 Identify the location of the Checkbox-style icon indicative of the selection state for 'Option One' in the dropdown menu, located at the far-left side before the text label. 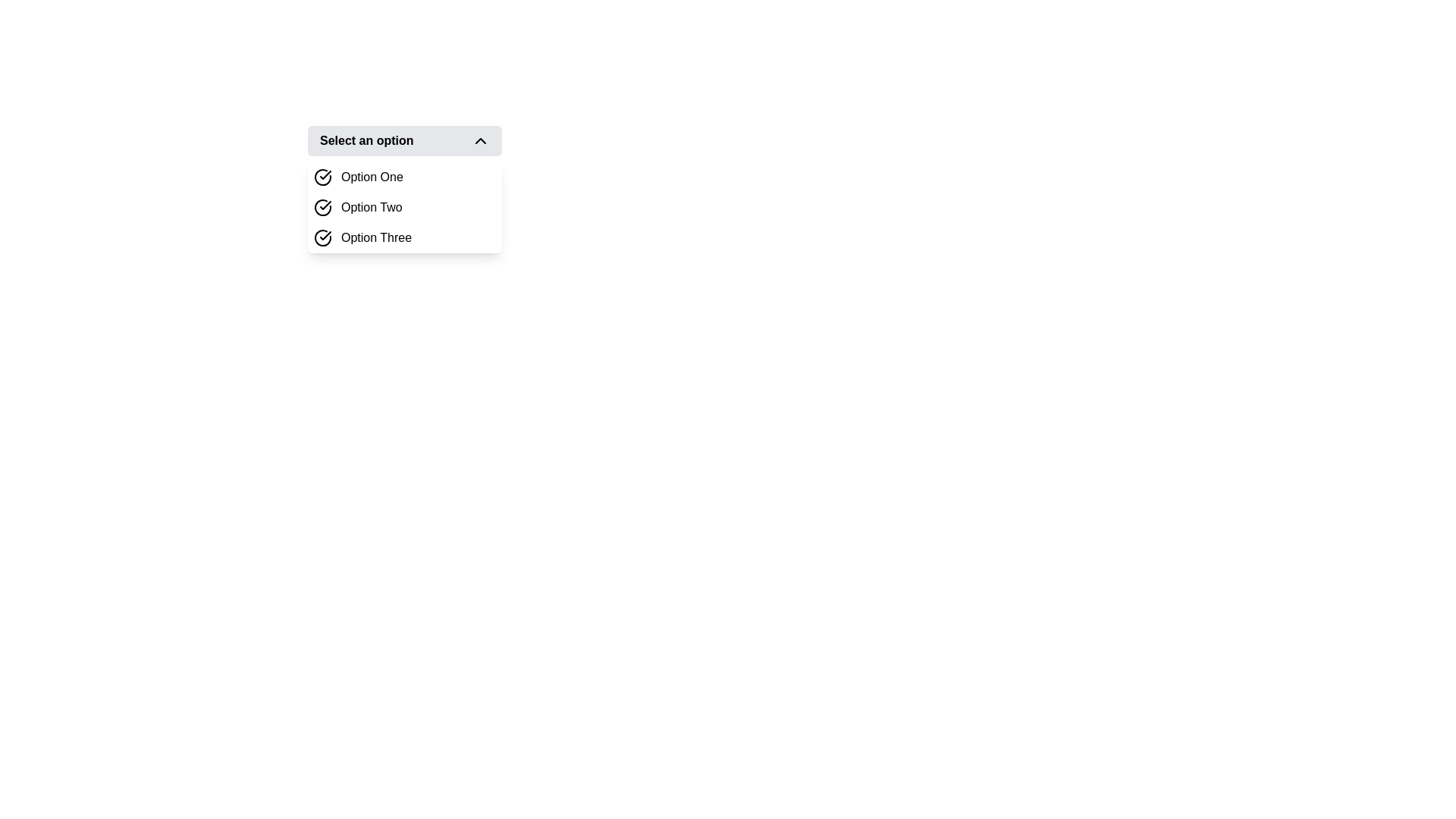
(322, 177).